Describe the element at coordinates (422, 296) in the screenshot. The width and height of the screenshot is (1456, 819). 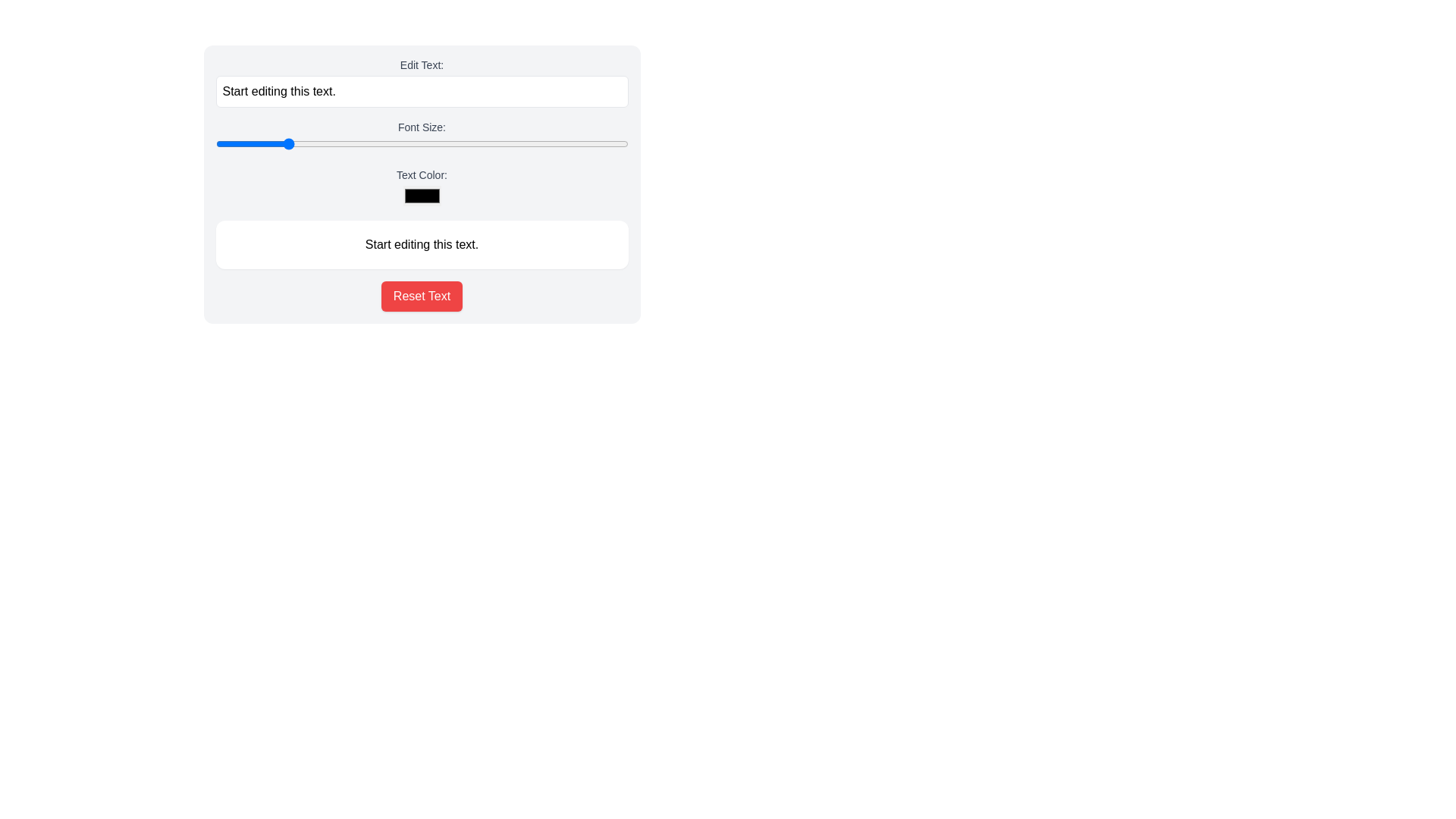
I see `the reset button located at the bottom-center of the text editing controls to reset the contents of the editable text area back to its default state` at that location.